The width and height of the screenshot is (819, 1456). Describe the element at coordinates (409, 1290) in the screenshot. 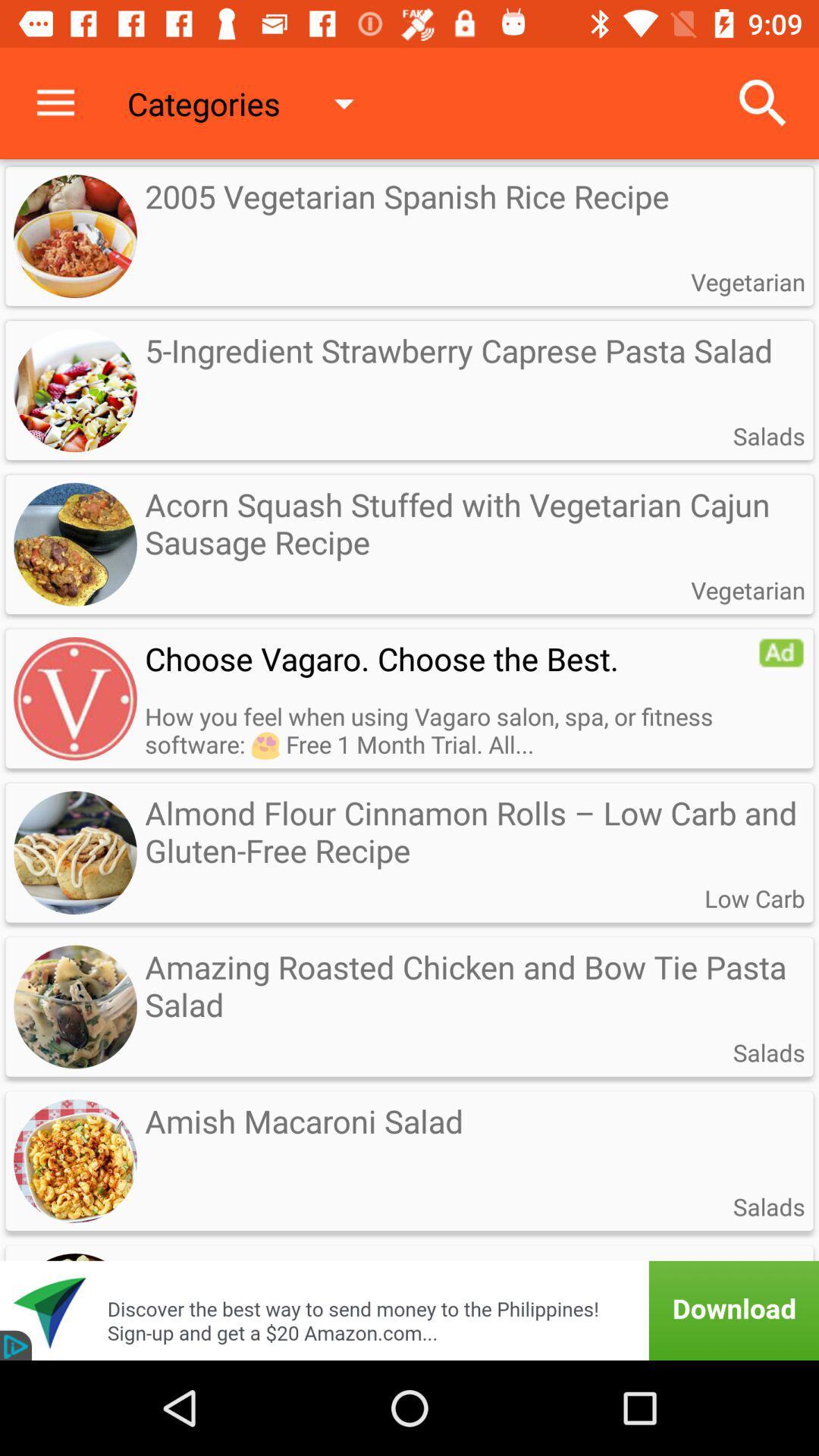

I see `advertisement` at that location.